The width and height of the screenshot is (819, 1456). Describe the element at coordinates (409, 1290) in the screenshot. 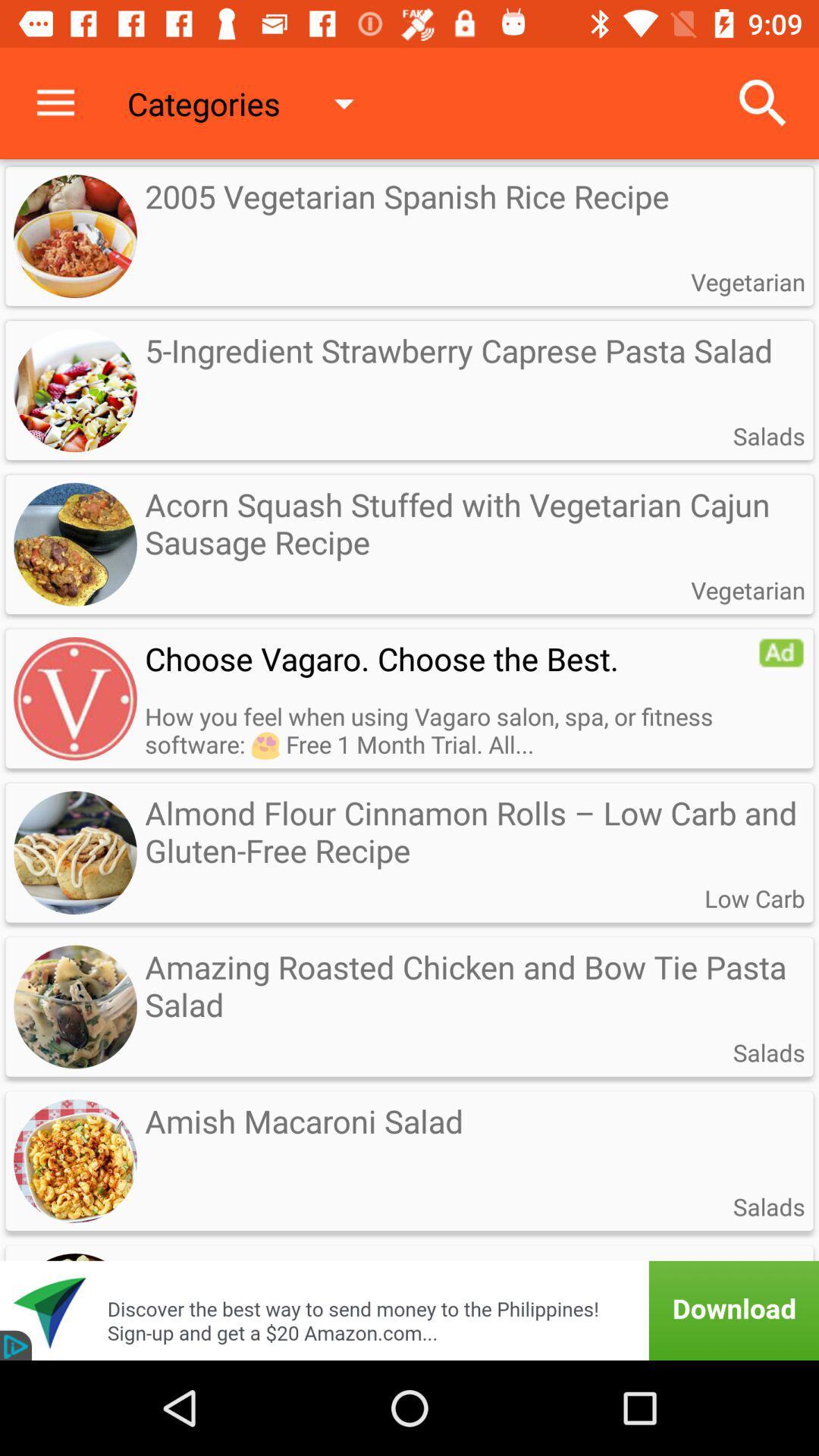

I see `advertisement` at that location.